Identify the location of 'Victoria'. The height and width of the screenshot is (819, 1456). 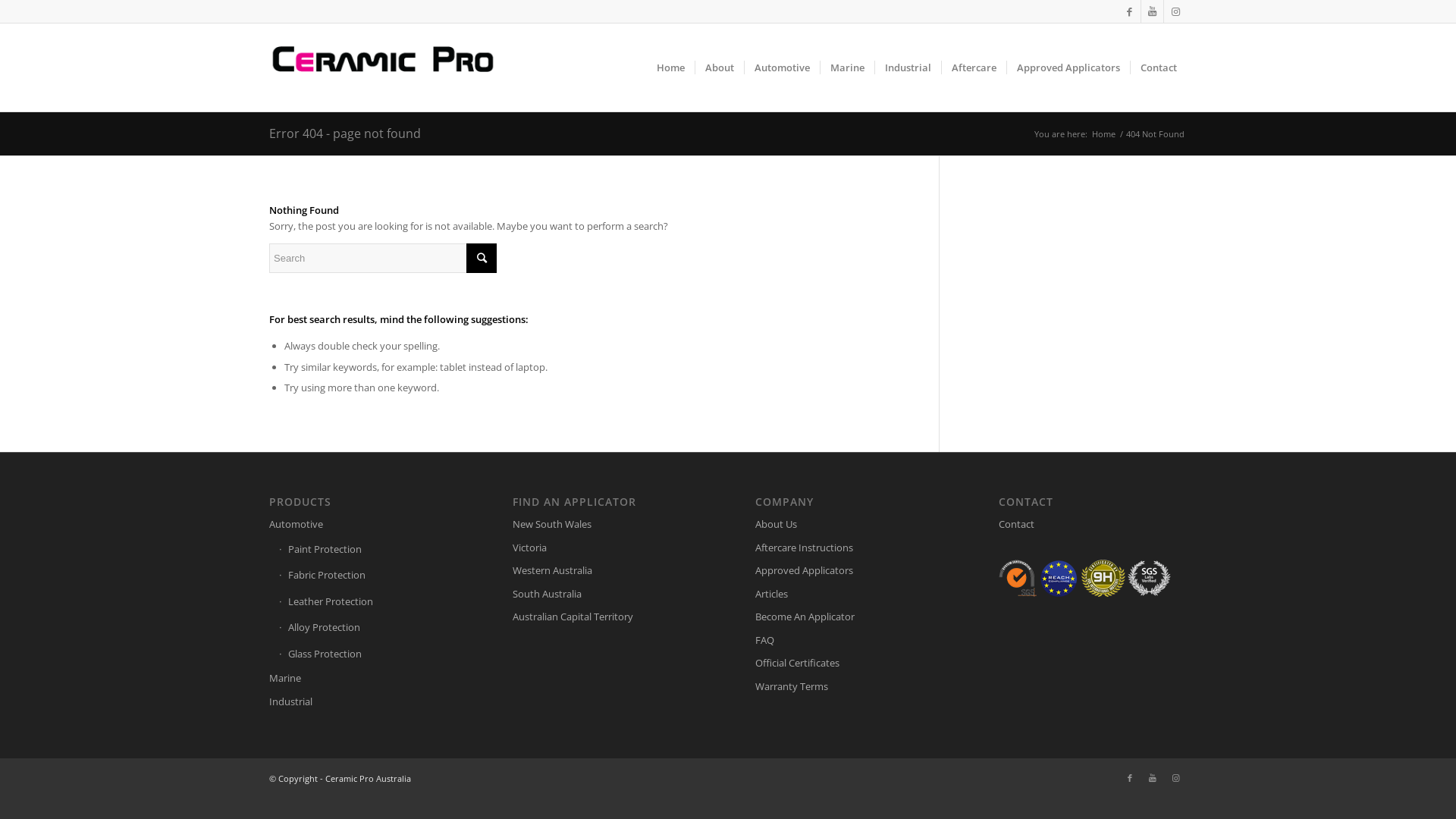
(513, 548).